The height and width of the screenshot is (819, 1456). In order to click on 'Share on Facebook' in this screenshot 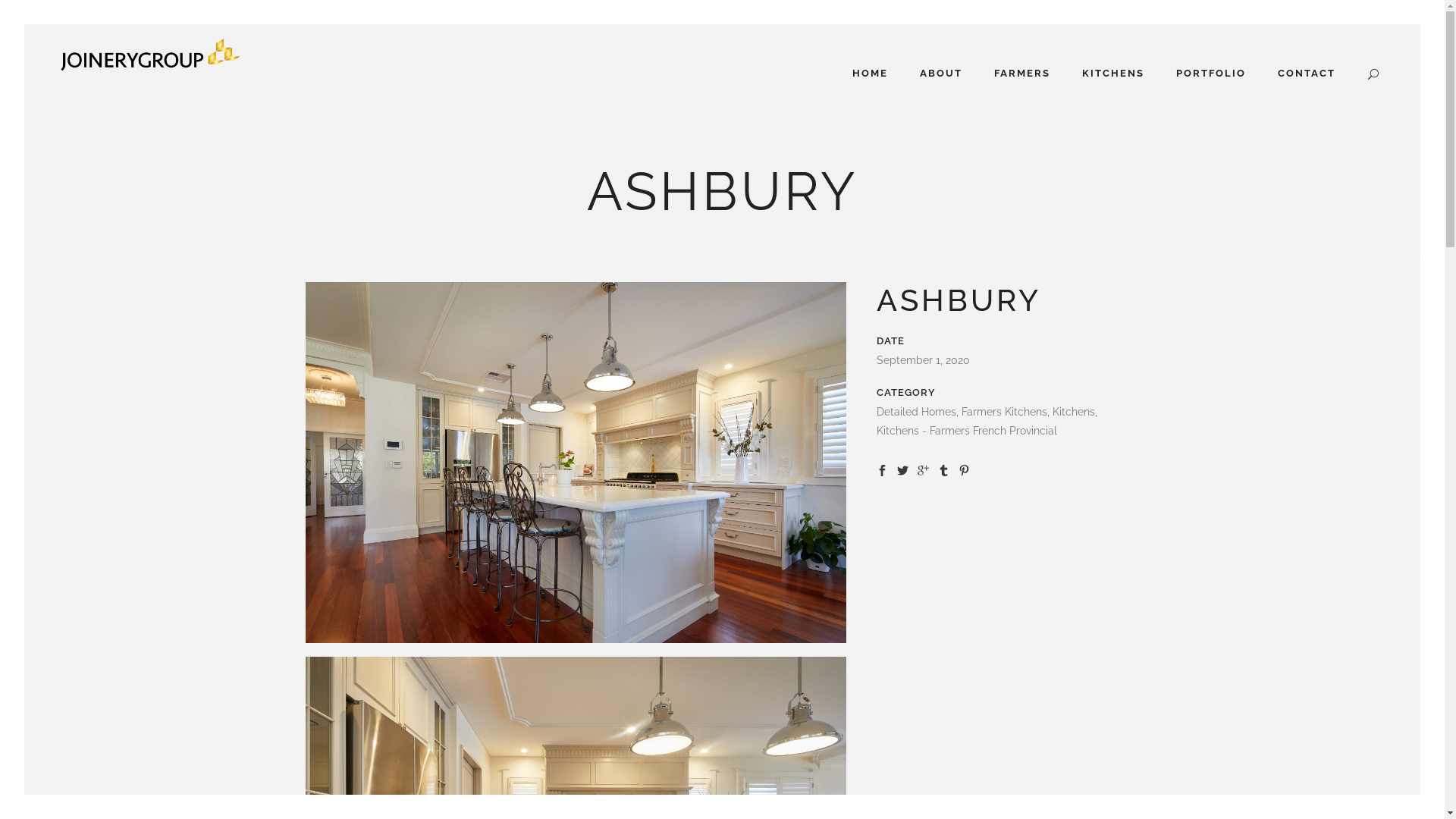, I will do `click(882, 468)`.